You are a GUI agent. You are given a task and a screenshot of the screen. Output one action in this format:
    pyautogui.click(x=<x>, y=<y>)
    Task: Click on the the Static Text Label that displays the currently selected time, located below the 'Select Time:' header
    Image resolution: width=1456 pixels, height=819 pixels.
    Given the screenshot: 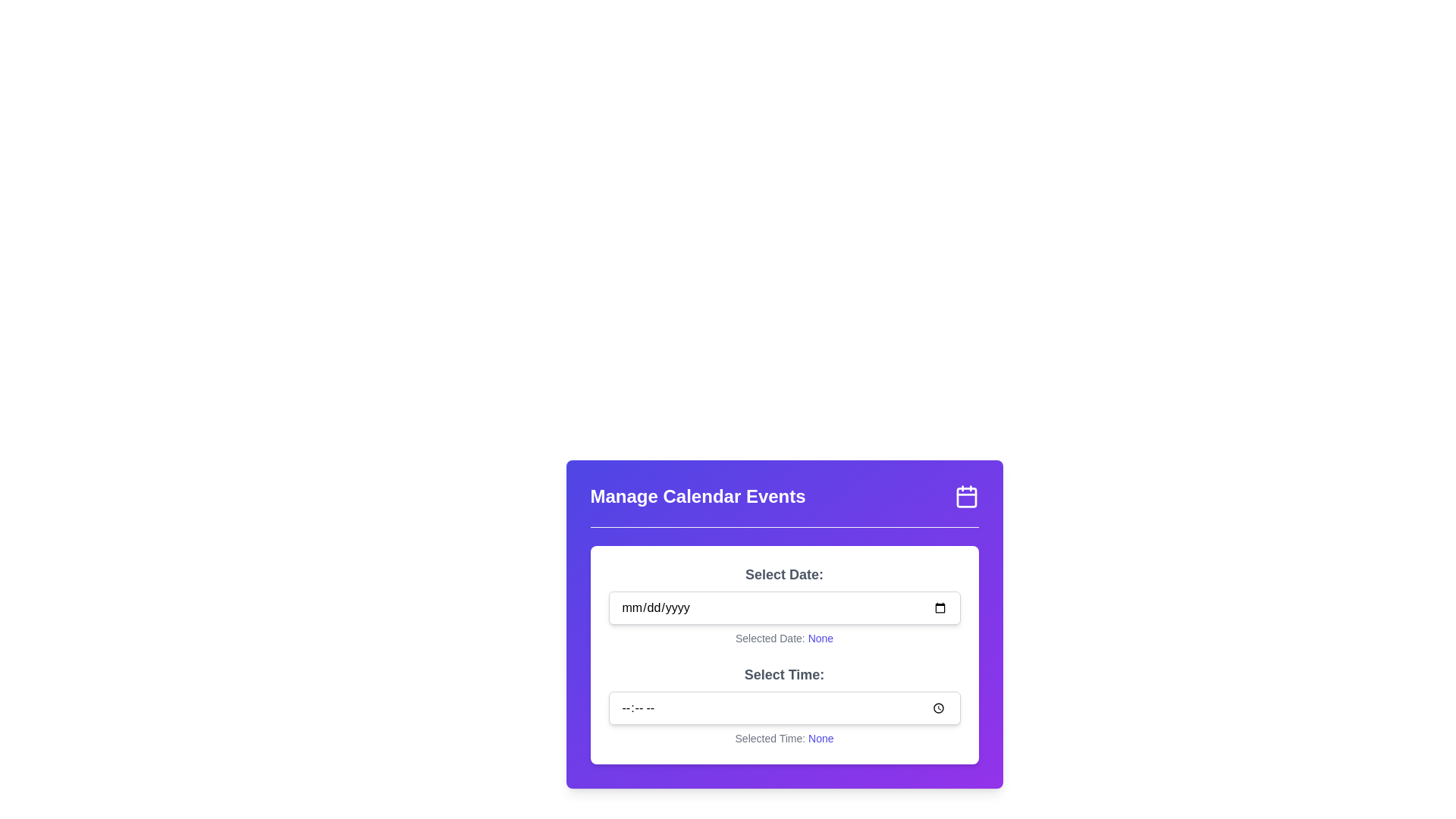 What is the action you would take?
    pyautogui.click(x=784, y=738)
    